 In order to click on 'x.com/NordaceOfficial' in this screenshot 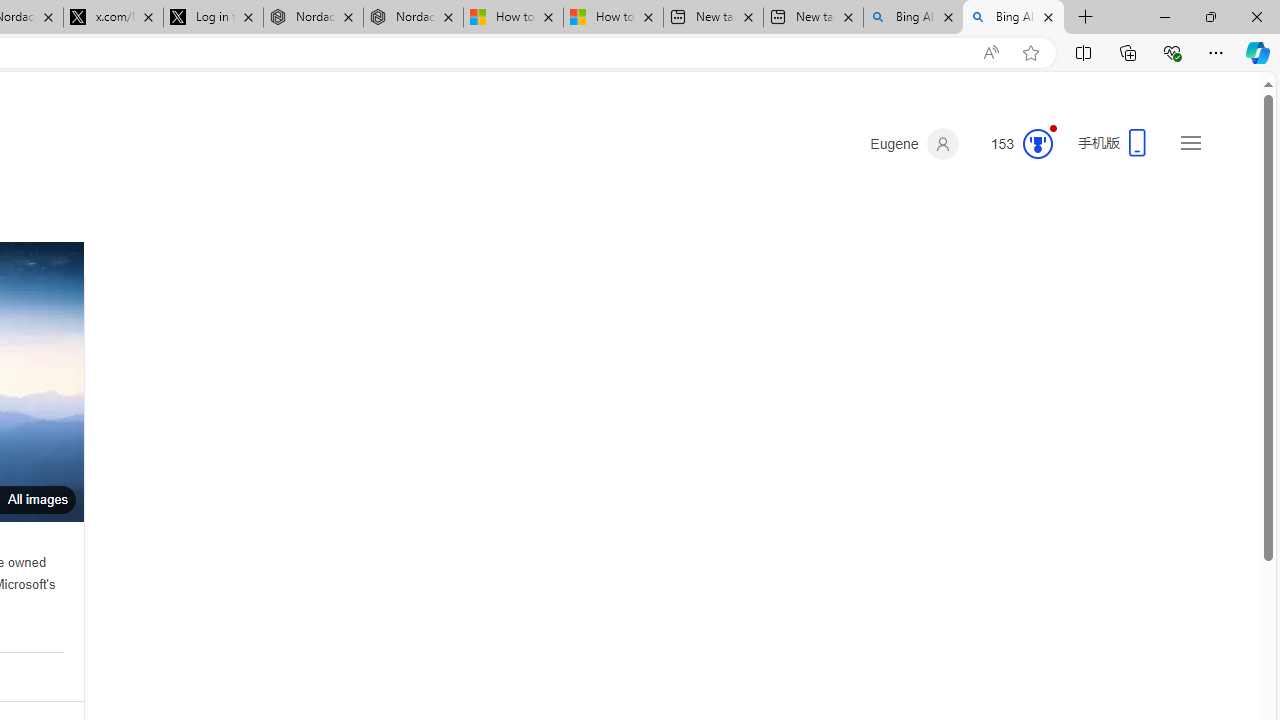, I will do `click(112, 17)`.